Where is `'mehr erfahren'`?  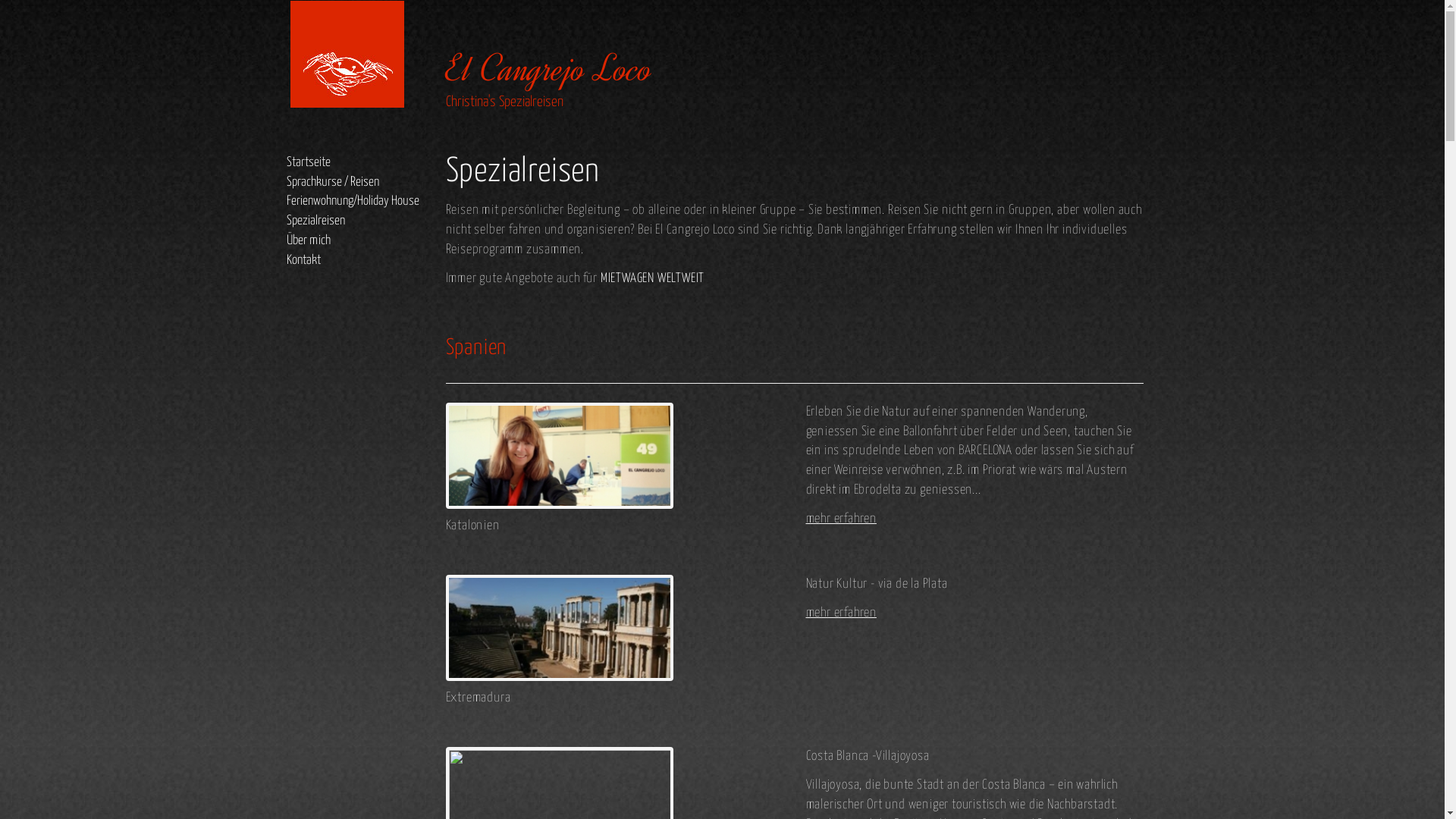 'mehr erfahren' is located at coordinates (839, 612).